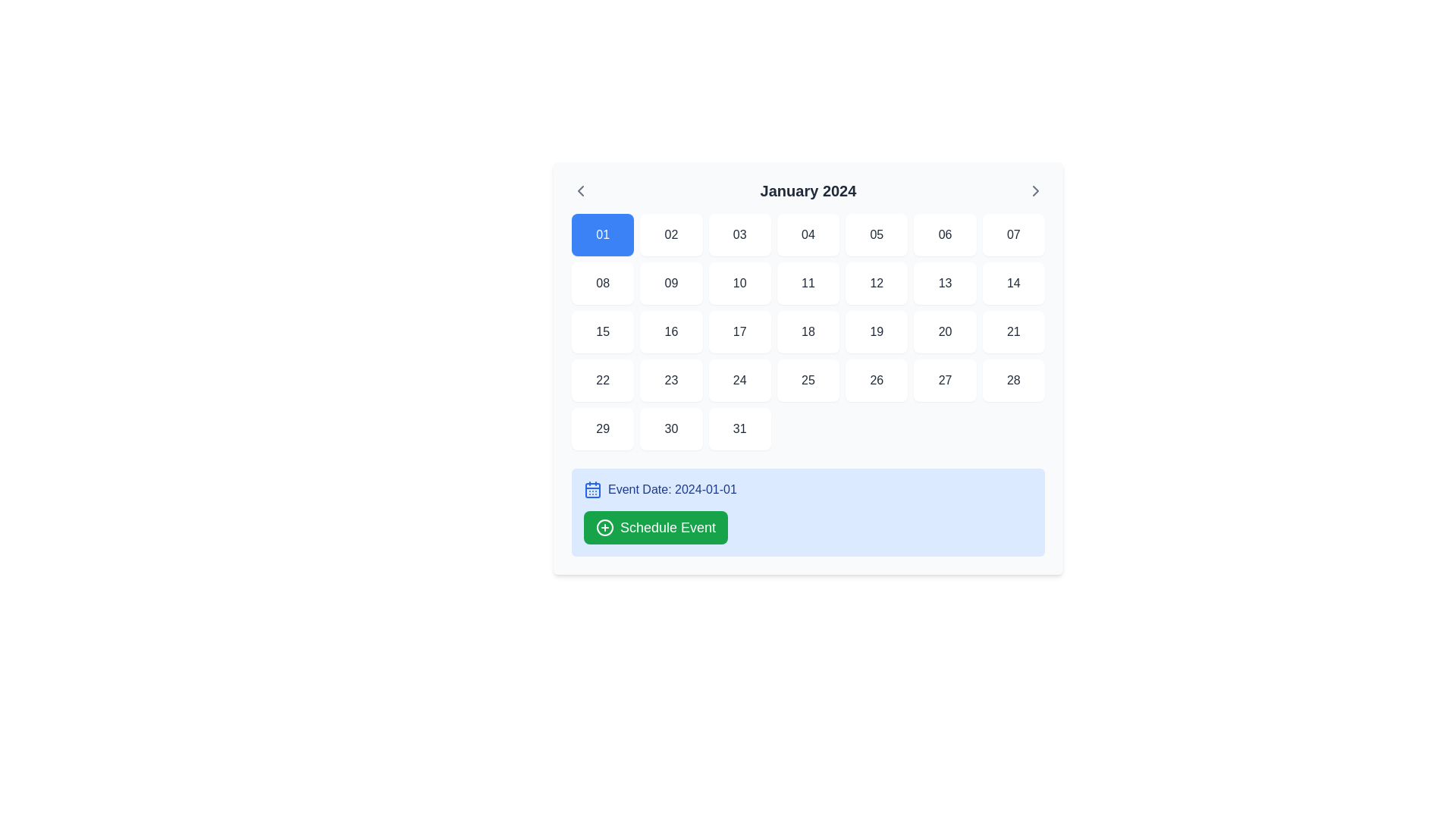  I want to click on the button representing the third day of the month in the calendar interface, so click(739, 234).